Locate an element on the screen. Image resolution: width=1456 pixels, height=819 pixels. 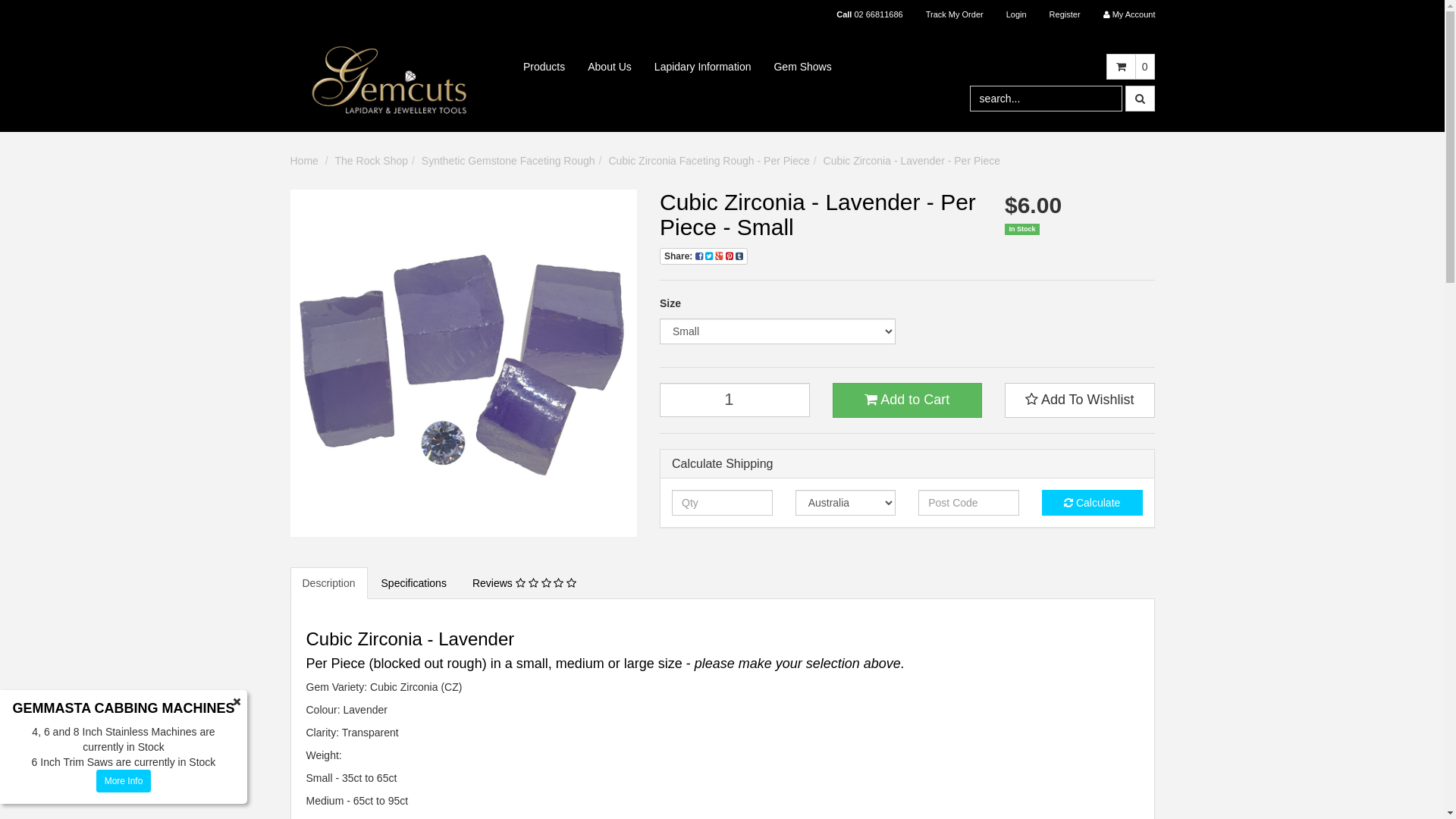
'Register' is located at coordinates (1064, 14).